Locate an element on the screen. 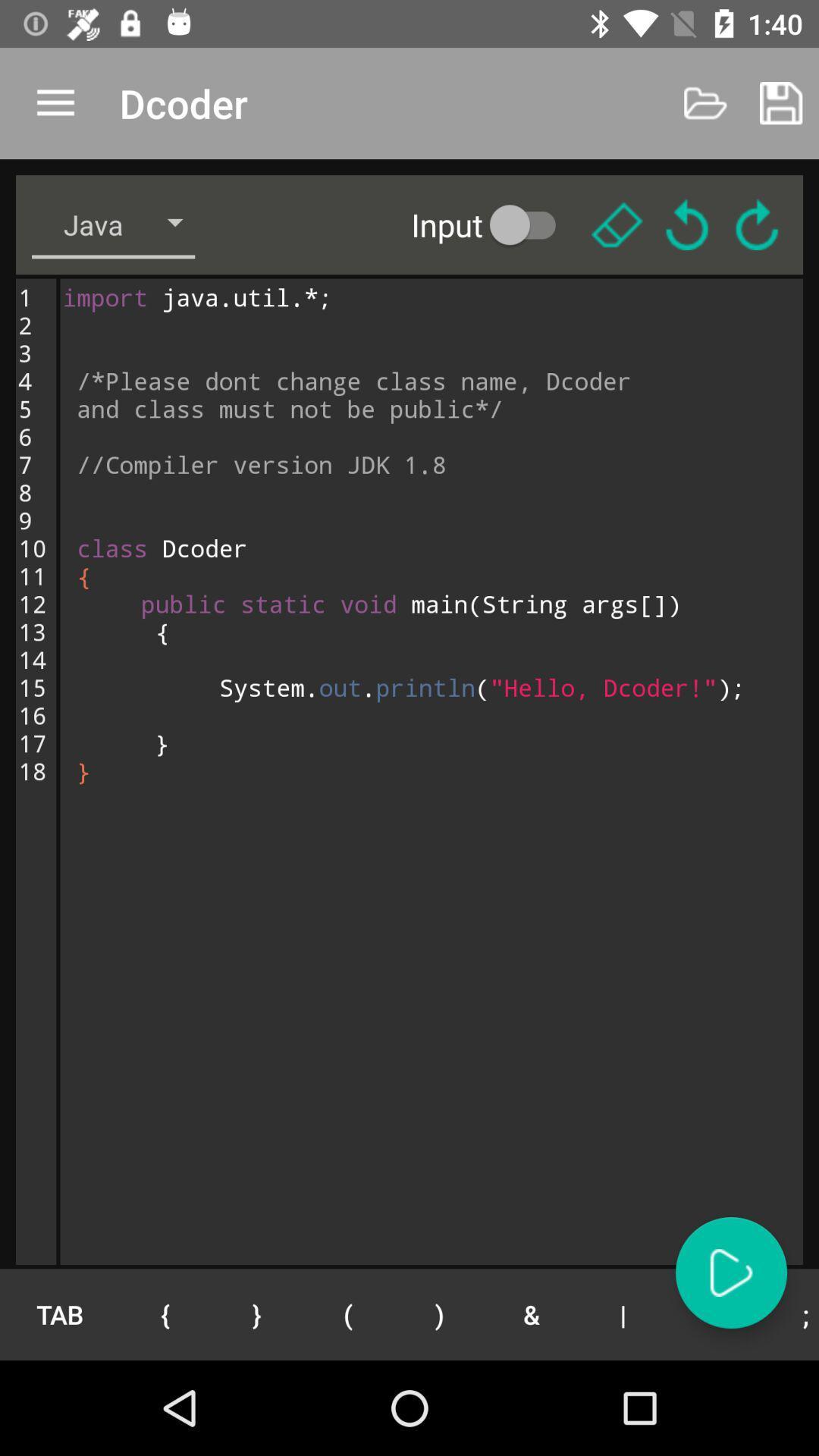 This screenshot has width=819, height=1456. to refresh the page option is located at coordinates (757, 224).